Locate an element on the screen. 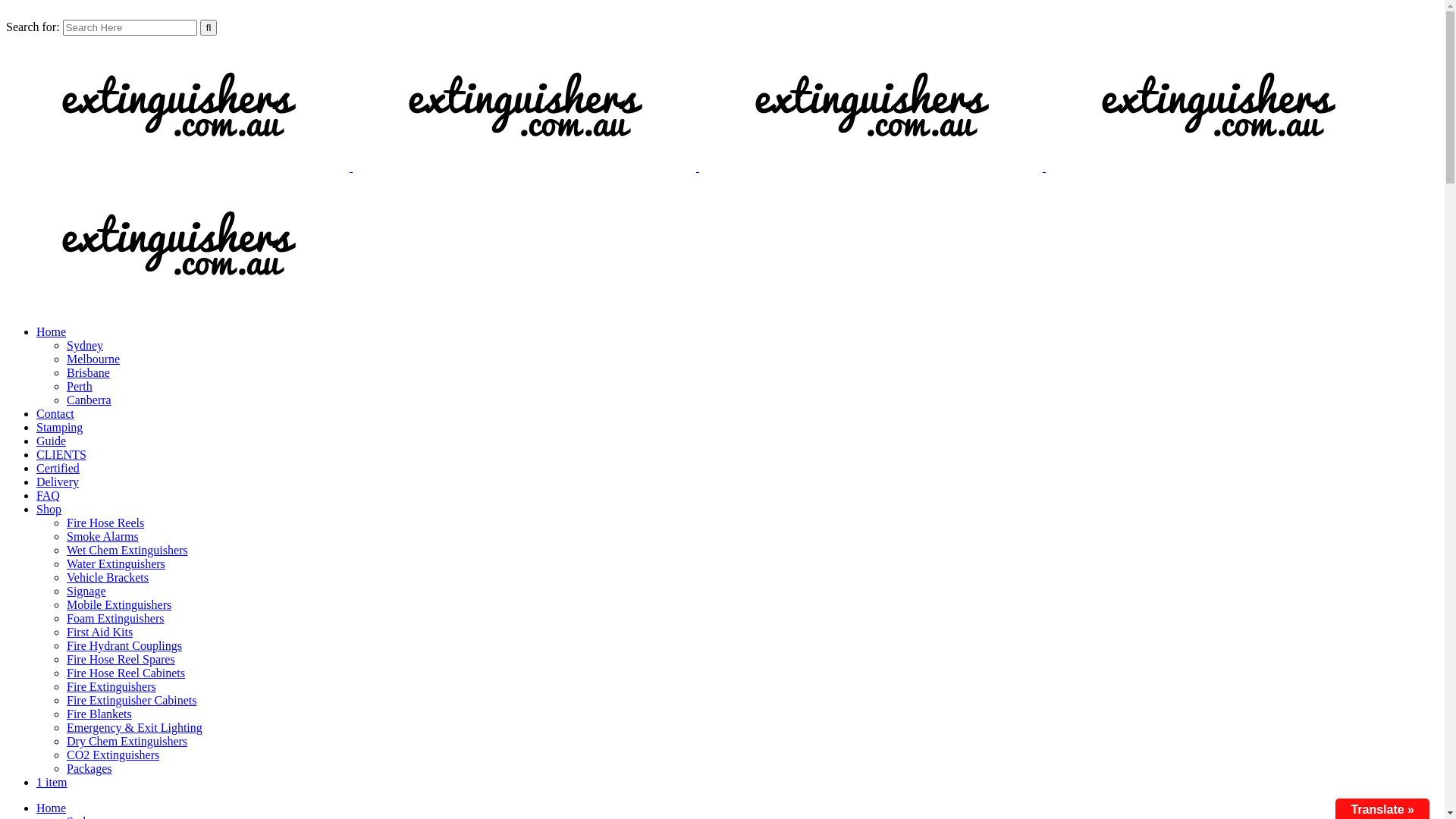 This screenshot has width=1456, height=819. 'Sydney' is located at coordinates (83, 345).